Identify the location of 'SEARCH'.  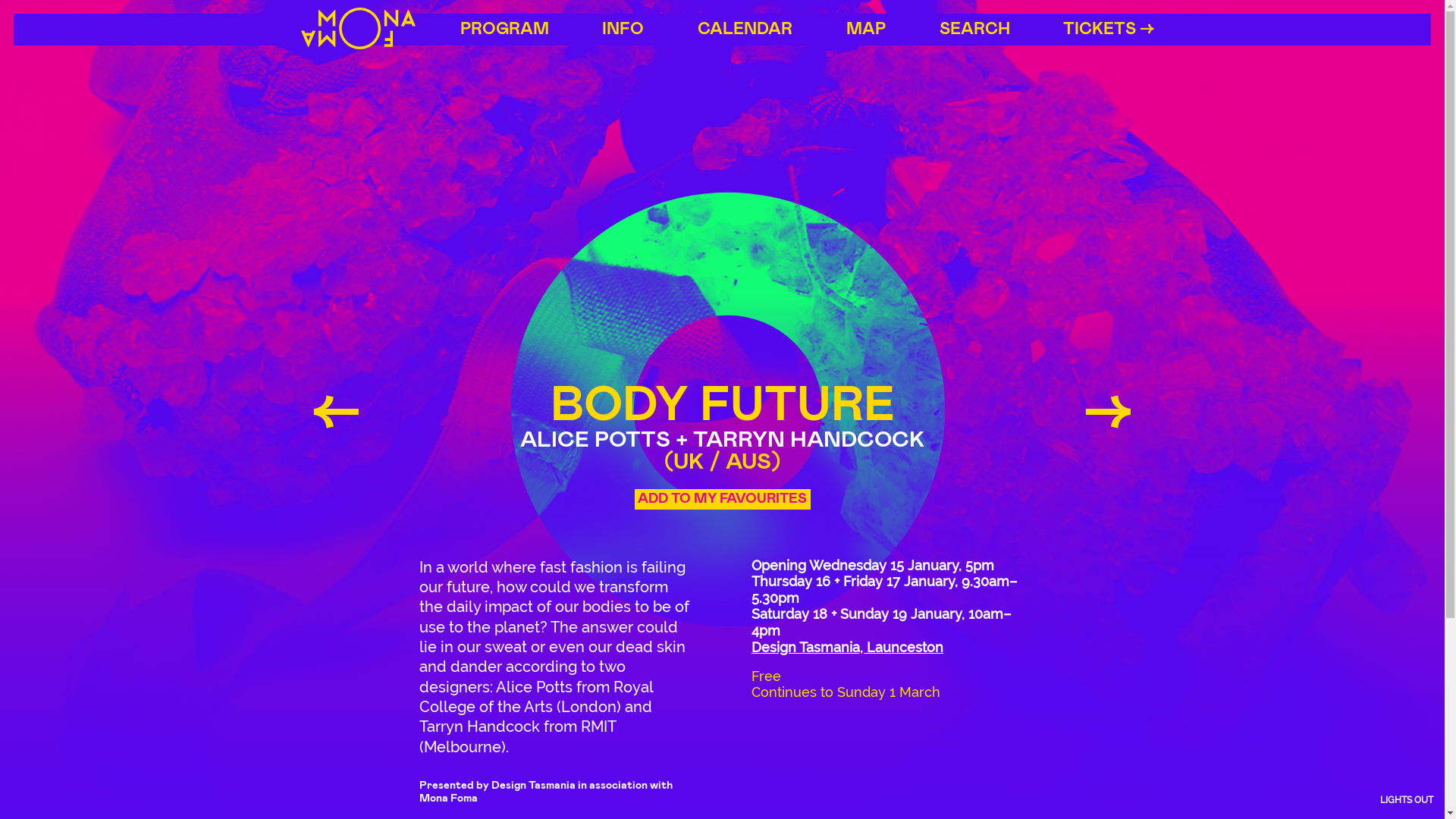
(974, 29).